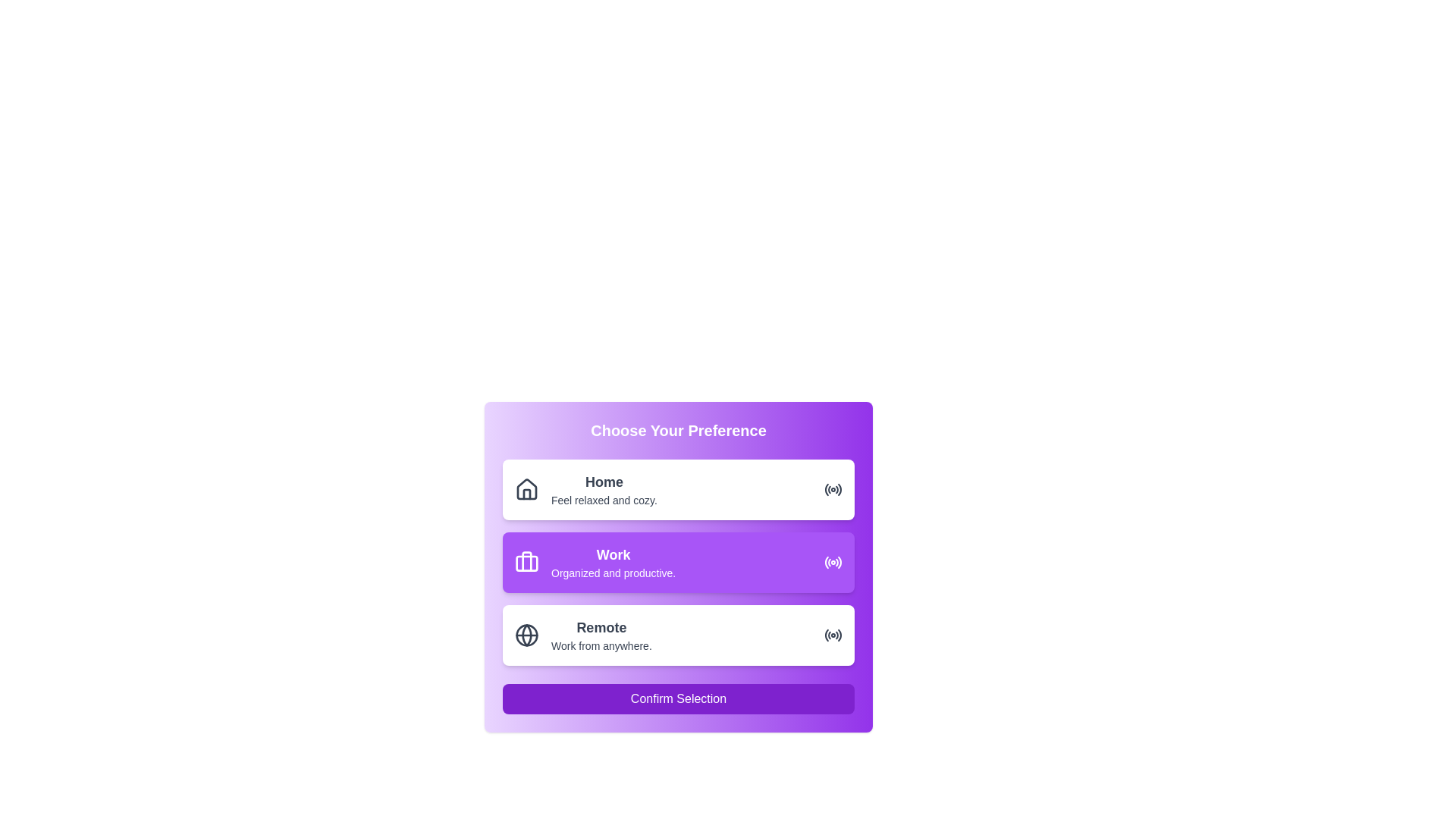 This screenshot has height=819, width=1456. What do you see at coordinates (826, 489) in the screenshot?
I see `the innermost curved line of the radio wave icon indicating the 'Home' preference option located at the far right` at bounding box center [826, 489].